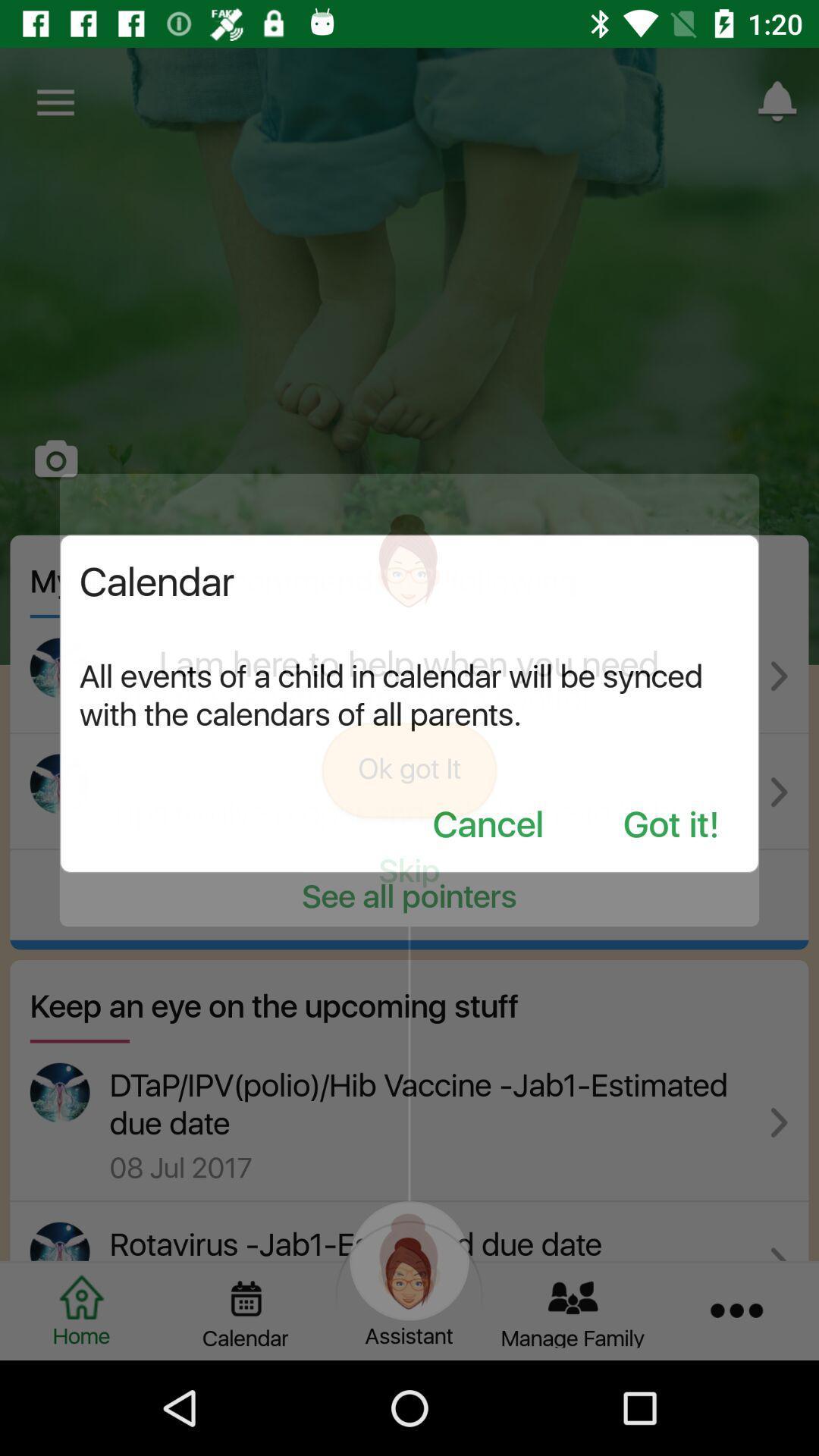  What do you see at coordinates (488, 825) in the screenshot?
I see `icon to the left of the got it! item` at bounding box center [488, 825].